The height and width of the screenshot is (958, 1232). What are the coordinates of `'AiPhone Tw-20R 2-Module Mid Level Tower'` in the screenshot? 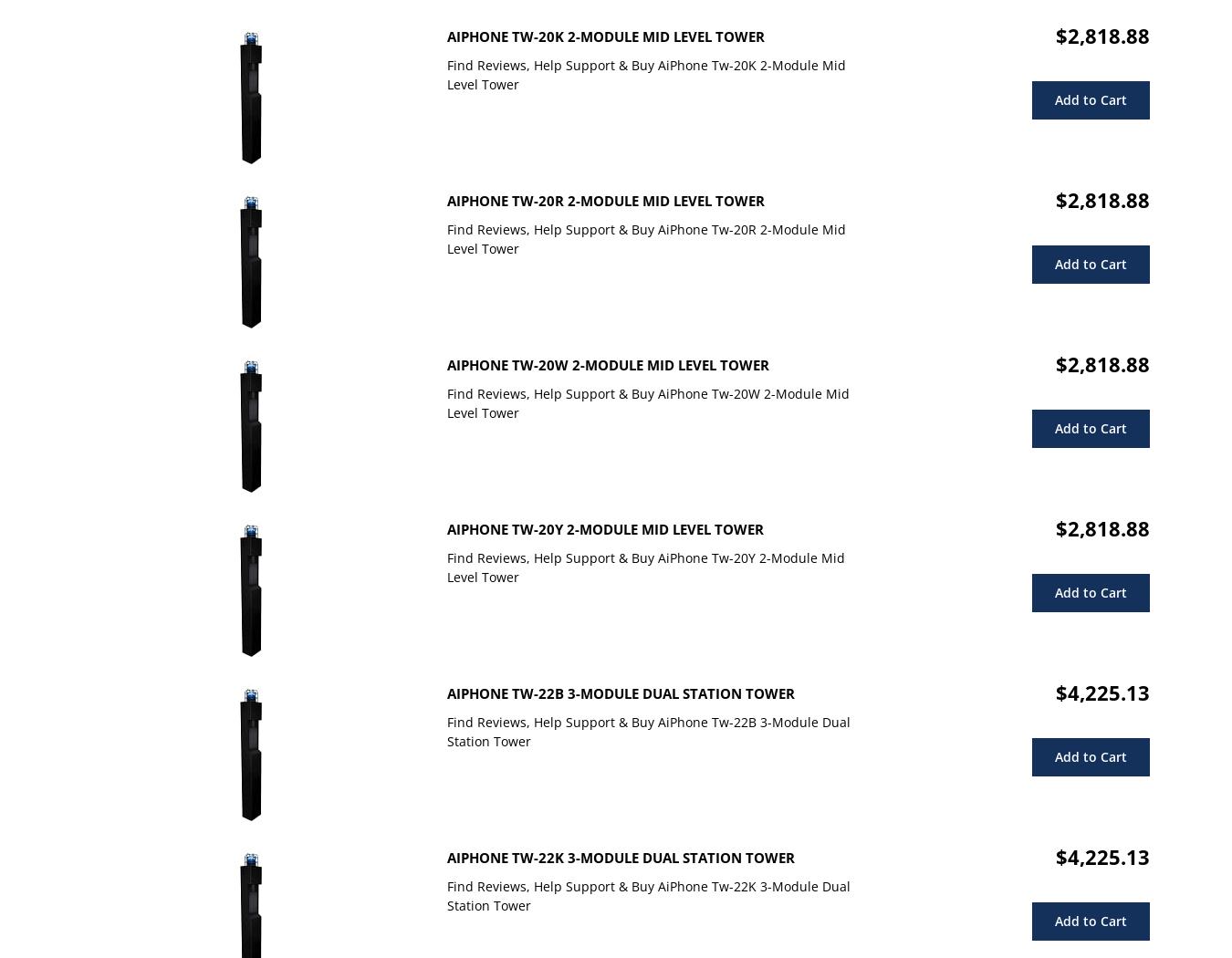 It's located at (606, 199).